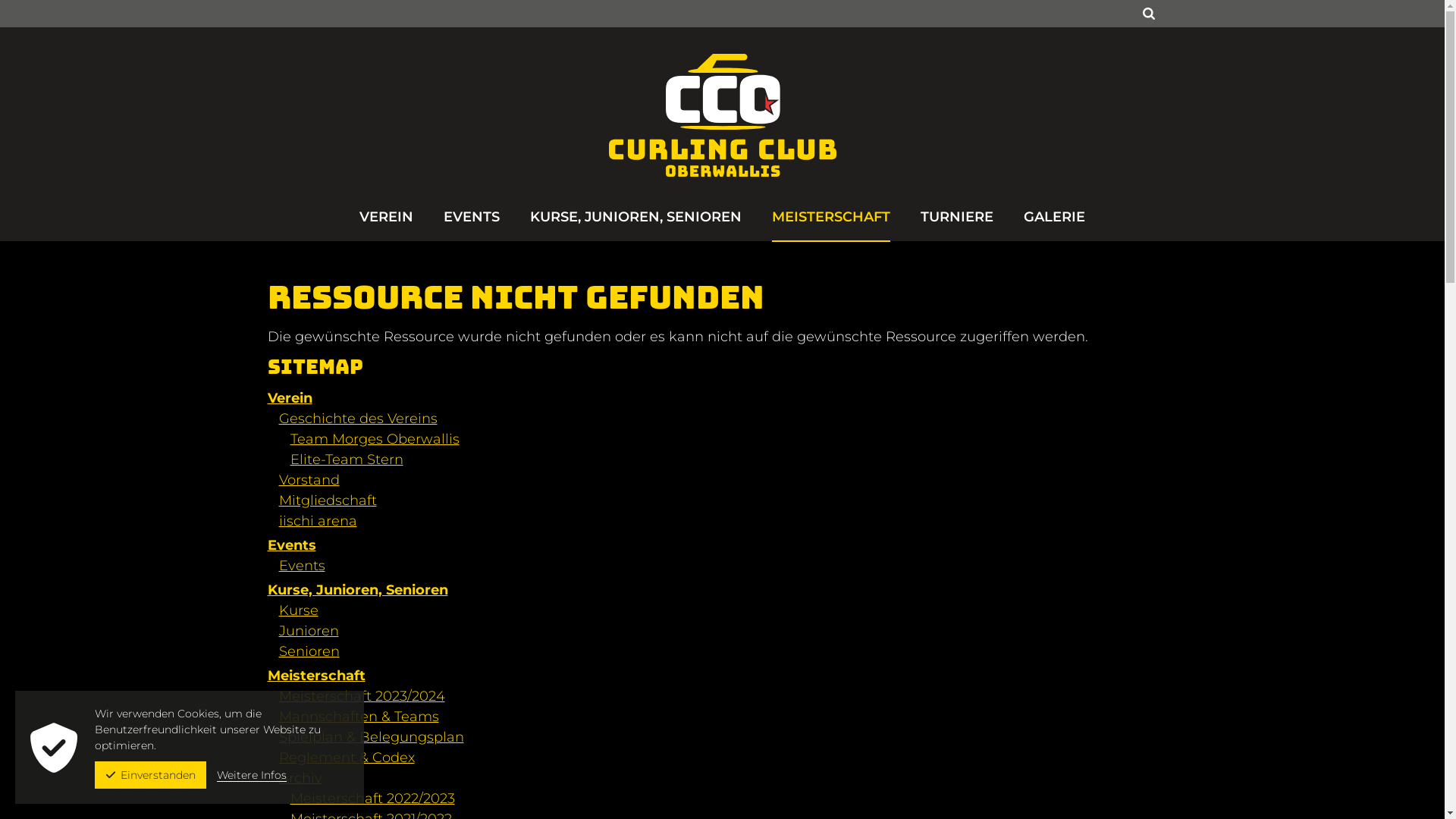 This screenshot has height=819, width=1456. I want to click on 'EVENTS', so click(471, 224).